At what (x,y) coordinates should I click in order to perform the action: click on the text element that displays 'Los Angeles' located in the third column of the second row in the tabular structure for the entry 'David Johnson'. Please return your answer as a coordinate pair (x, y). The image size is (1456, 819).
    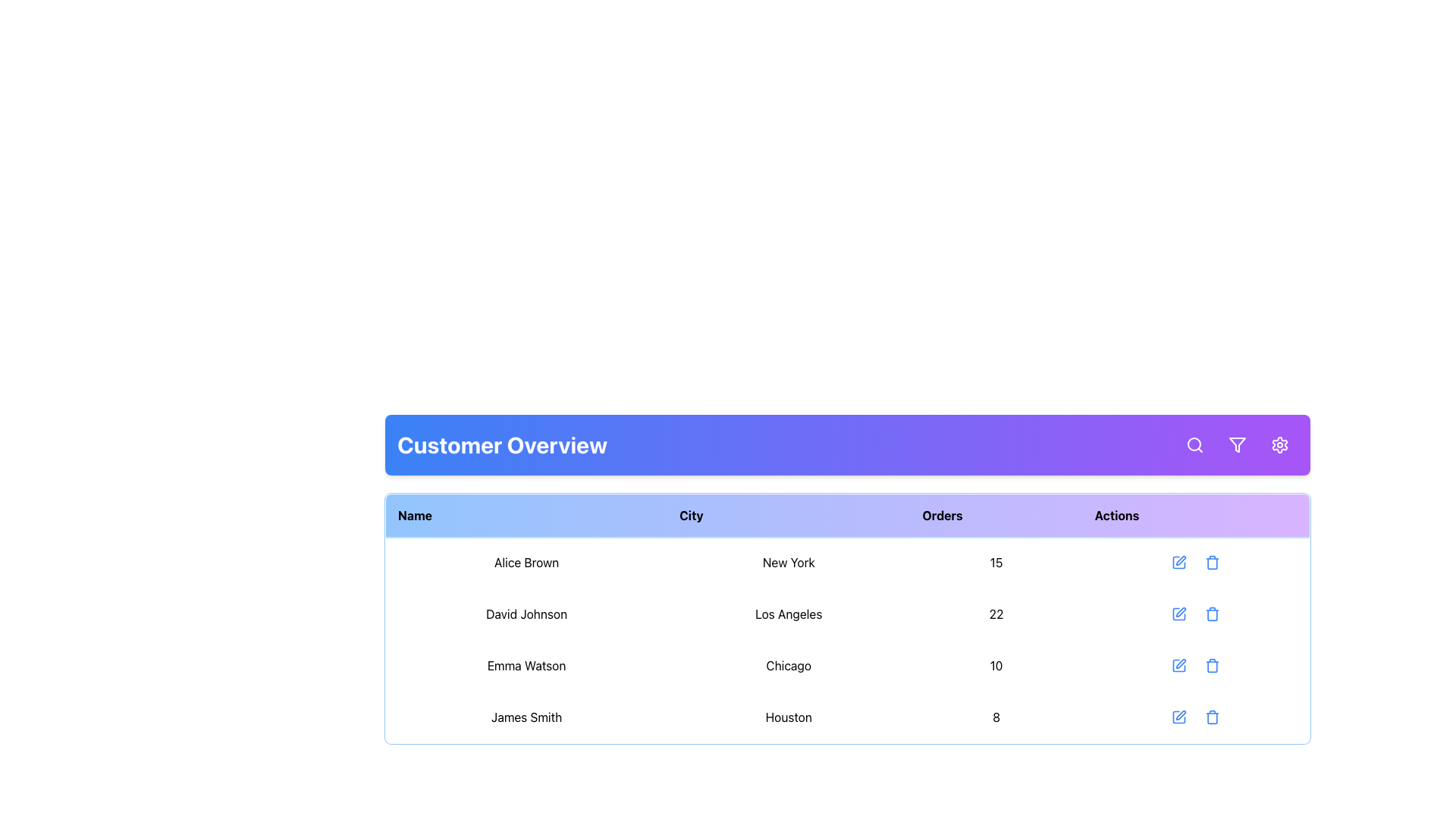
    Looking at the image, I should click on (789, 614).